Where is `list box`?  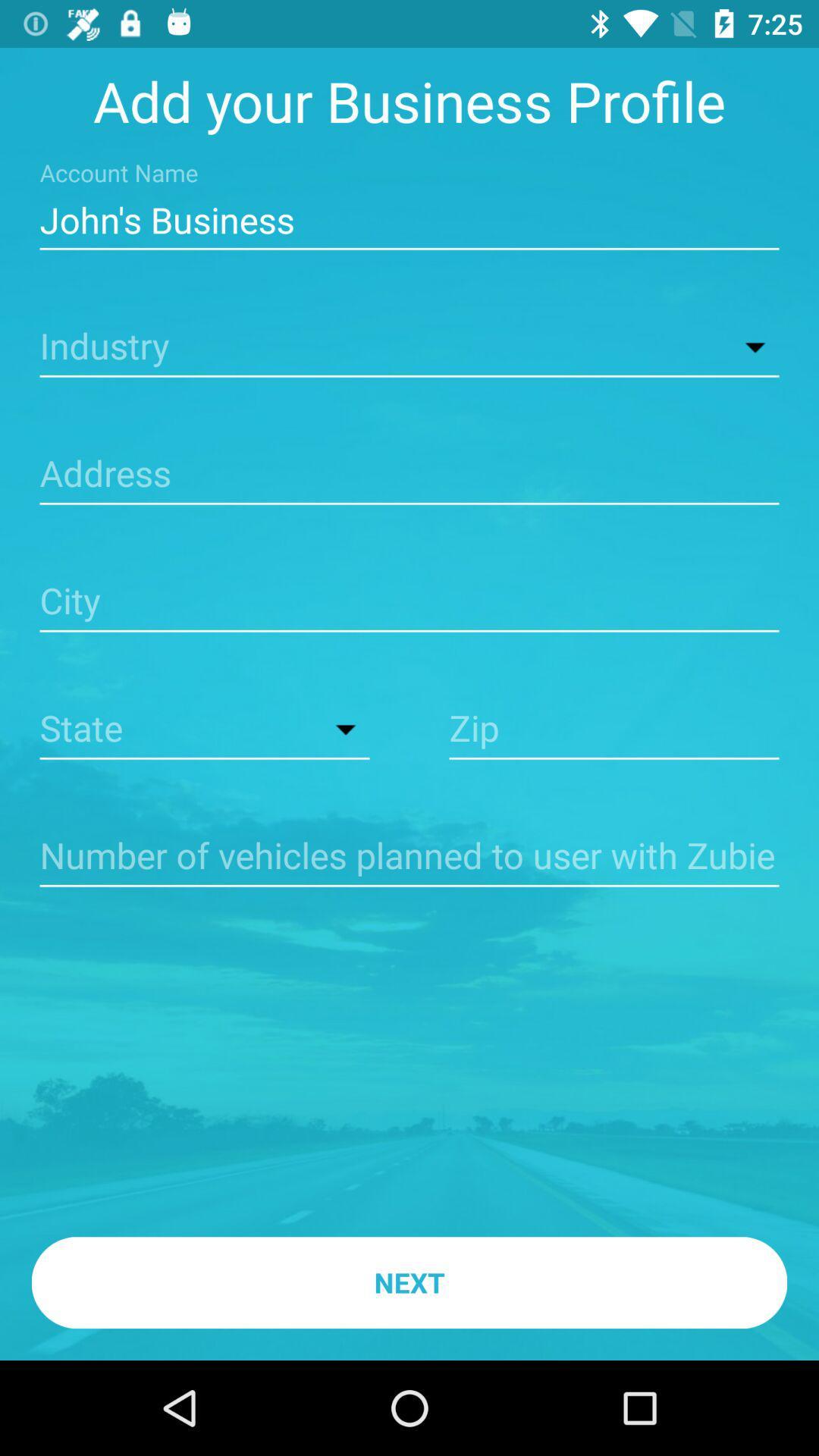
list box is located at coordinates (205, 730).